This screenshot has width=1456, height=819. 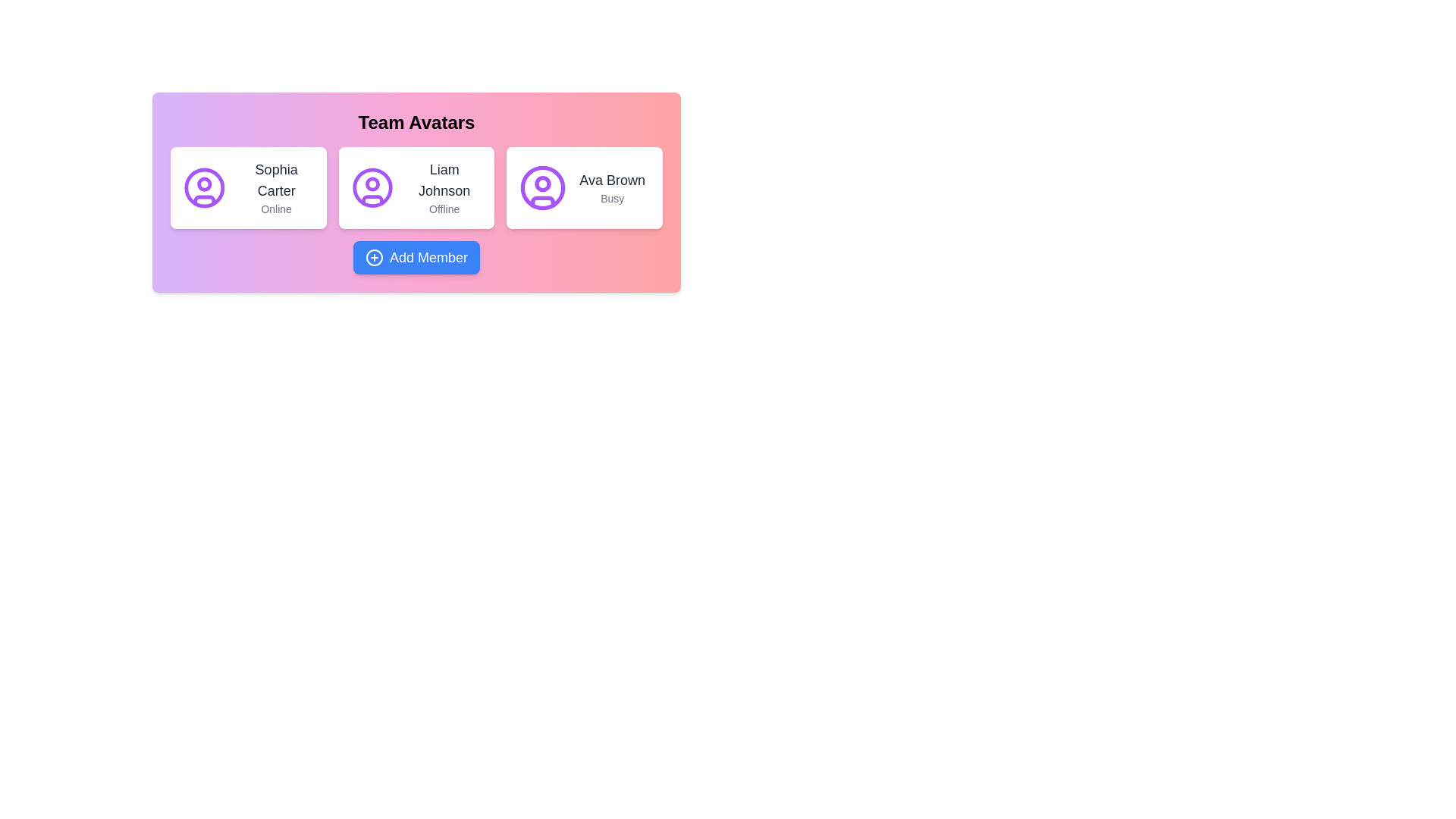 I want to click on the online status text label indicating 'Sophia Carter' is currently active or available online, which is centrally located beneath her name, so click(x=276, y=209).